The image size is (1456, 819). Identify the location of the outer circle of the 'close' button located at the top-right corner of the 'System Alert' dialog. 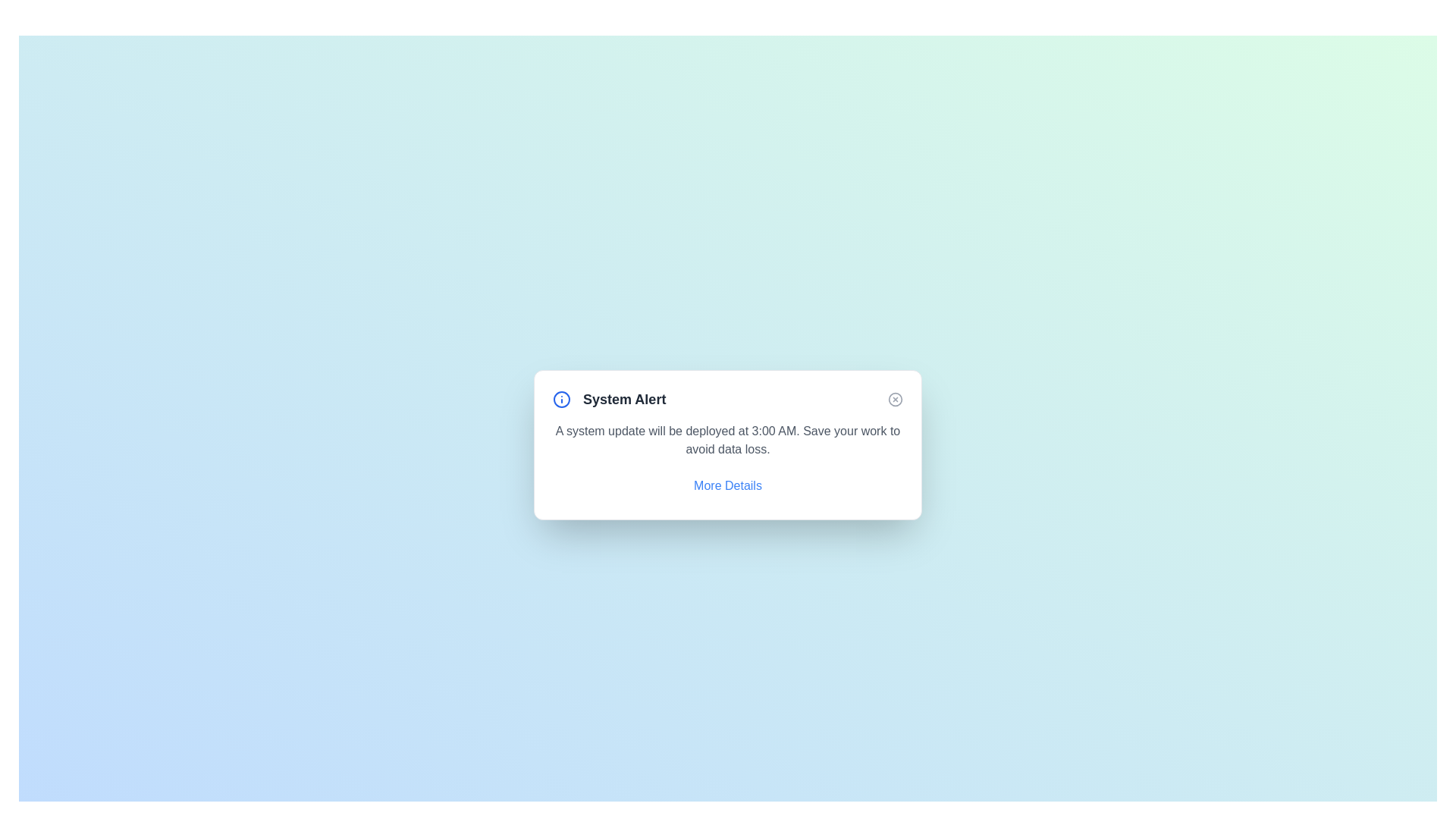
(895, 399).